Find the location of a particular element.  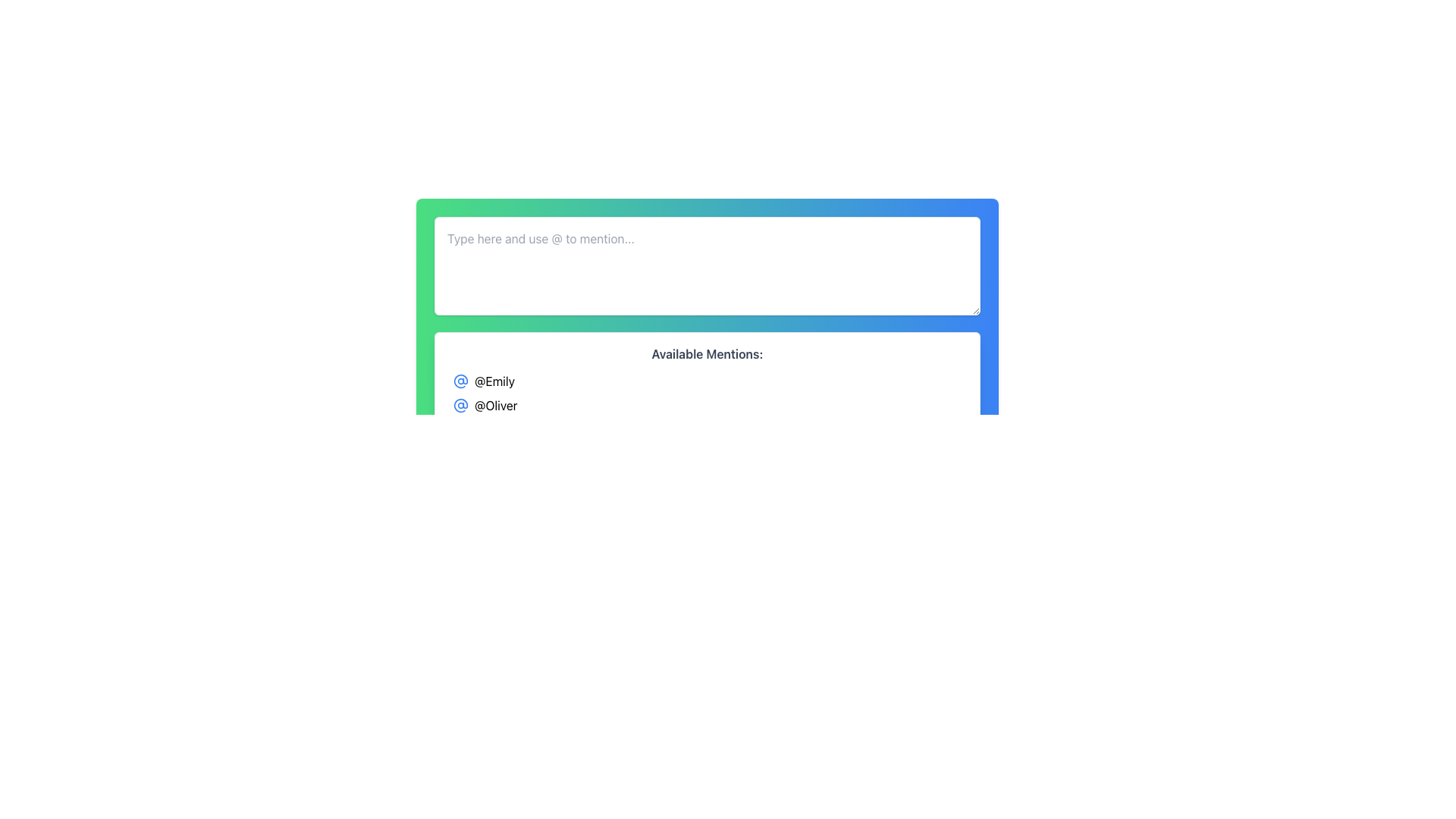

the selectable mention option for 'Oliver' located below '@Emily' in the 'Available Mentions' list is located at coordinates (496, 405).